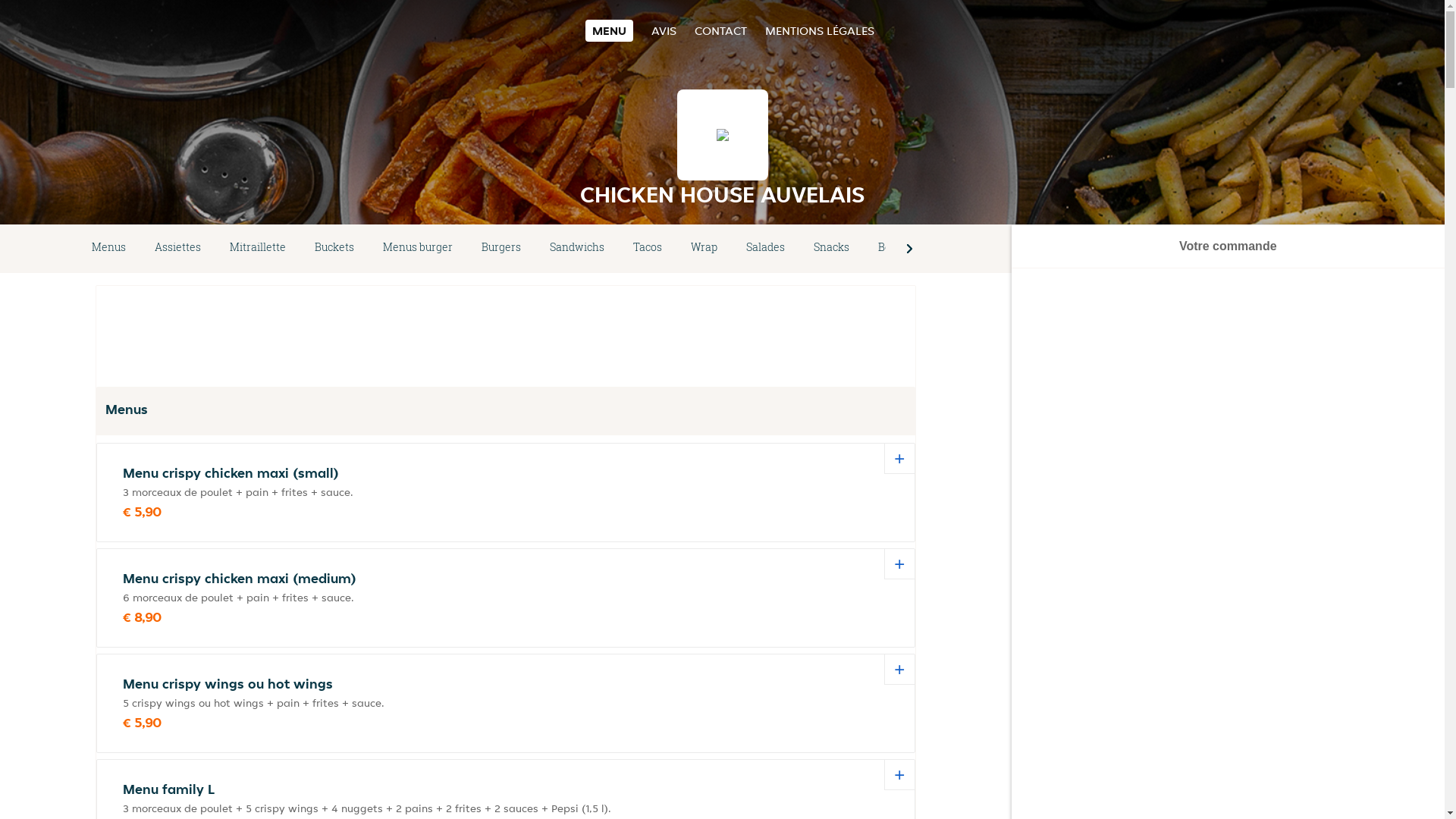  Describe the element at coordinates (703, 247) in the screenshot. I see `'Wrap'` at that location.